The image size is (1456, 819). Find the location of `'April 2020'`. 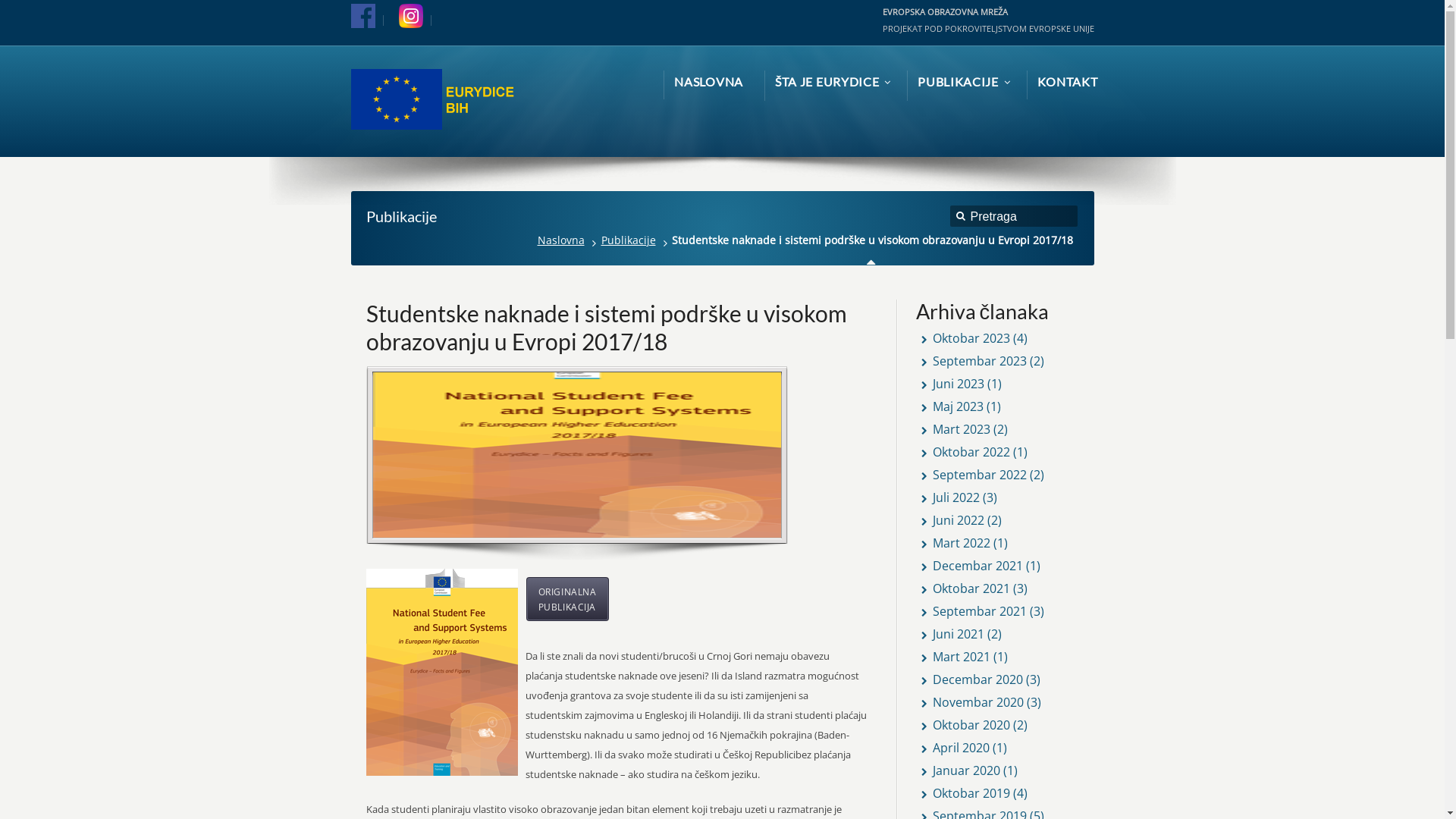

'April 2020' is located at coordinates (960, 747).